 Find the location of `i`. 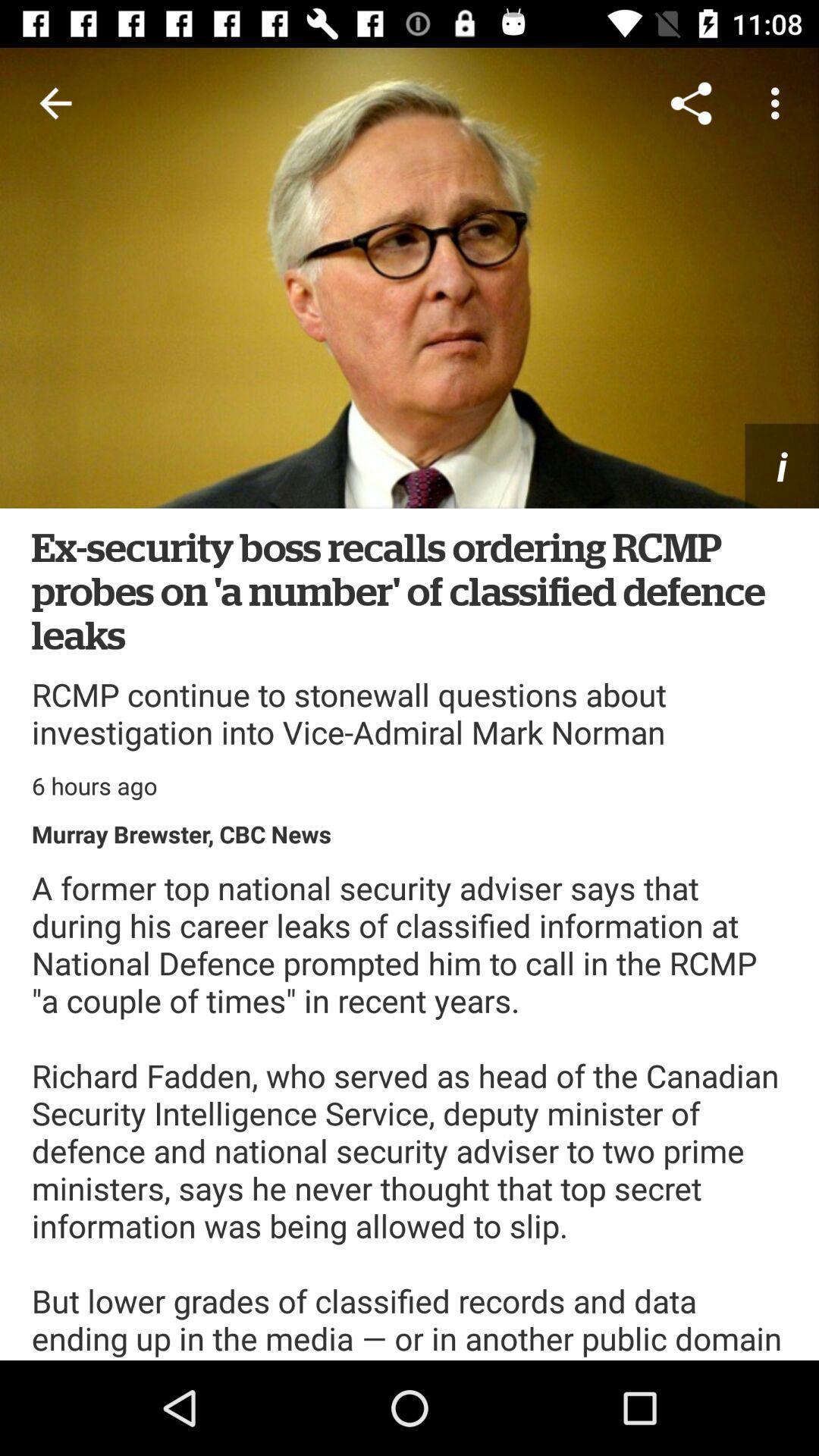

i is located at coordinates (782, 465).